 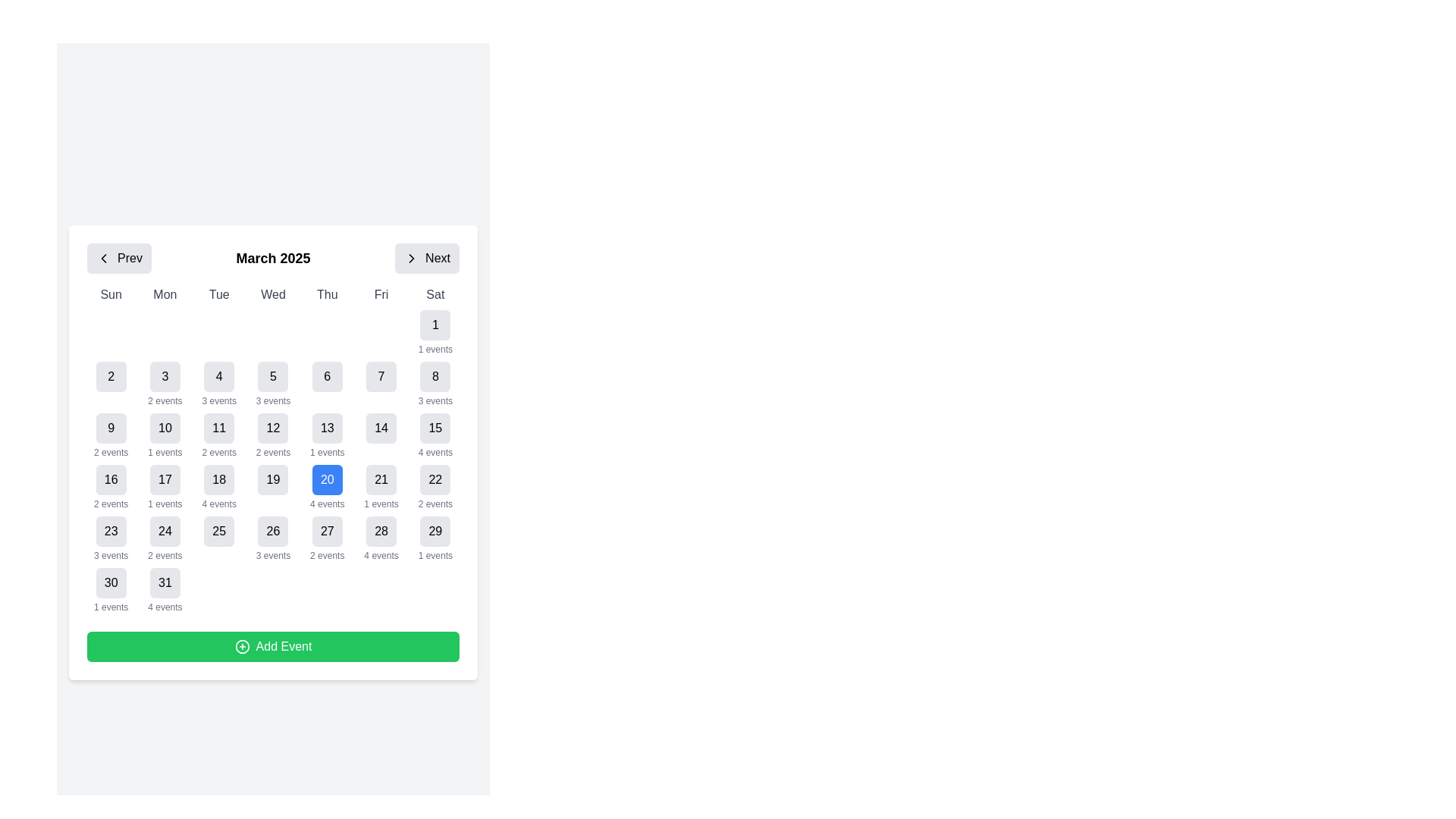 What do you see at coordinates (218, 531) in the screenshot?
I see `the gray button labeled '25'` at bounding box center [218, 531].